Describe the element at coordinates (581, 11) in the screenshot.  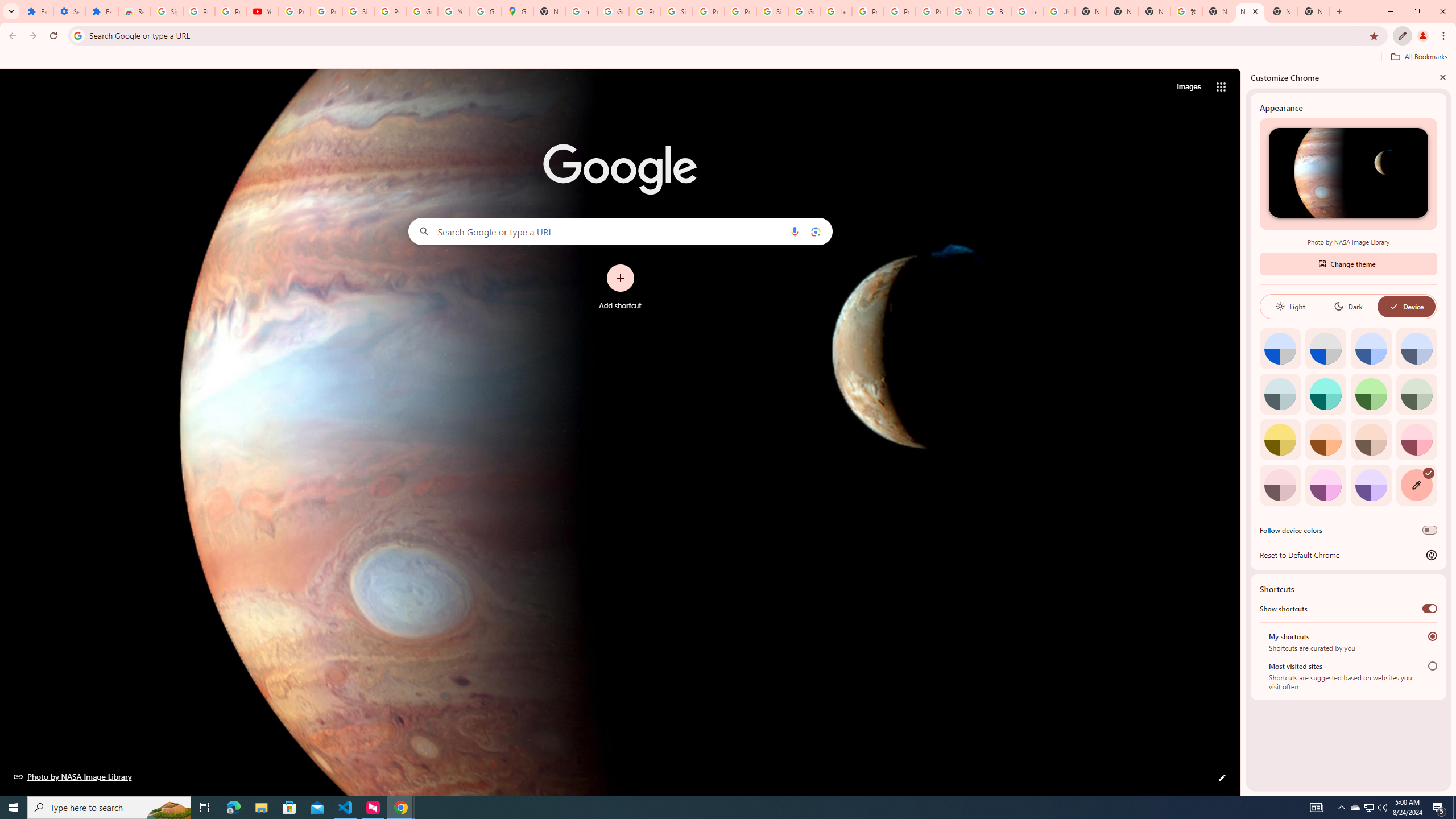
I see `'https://scholar.google.com/'` at that location.